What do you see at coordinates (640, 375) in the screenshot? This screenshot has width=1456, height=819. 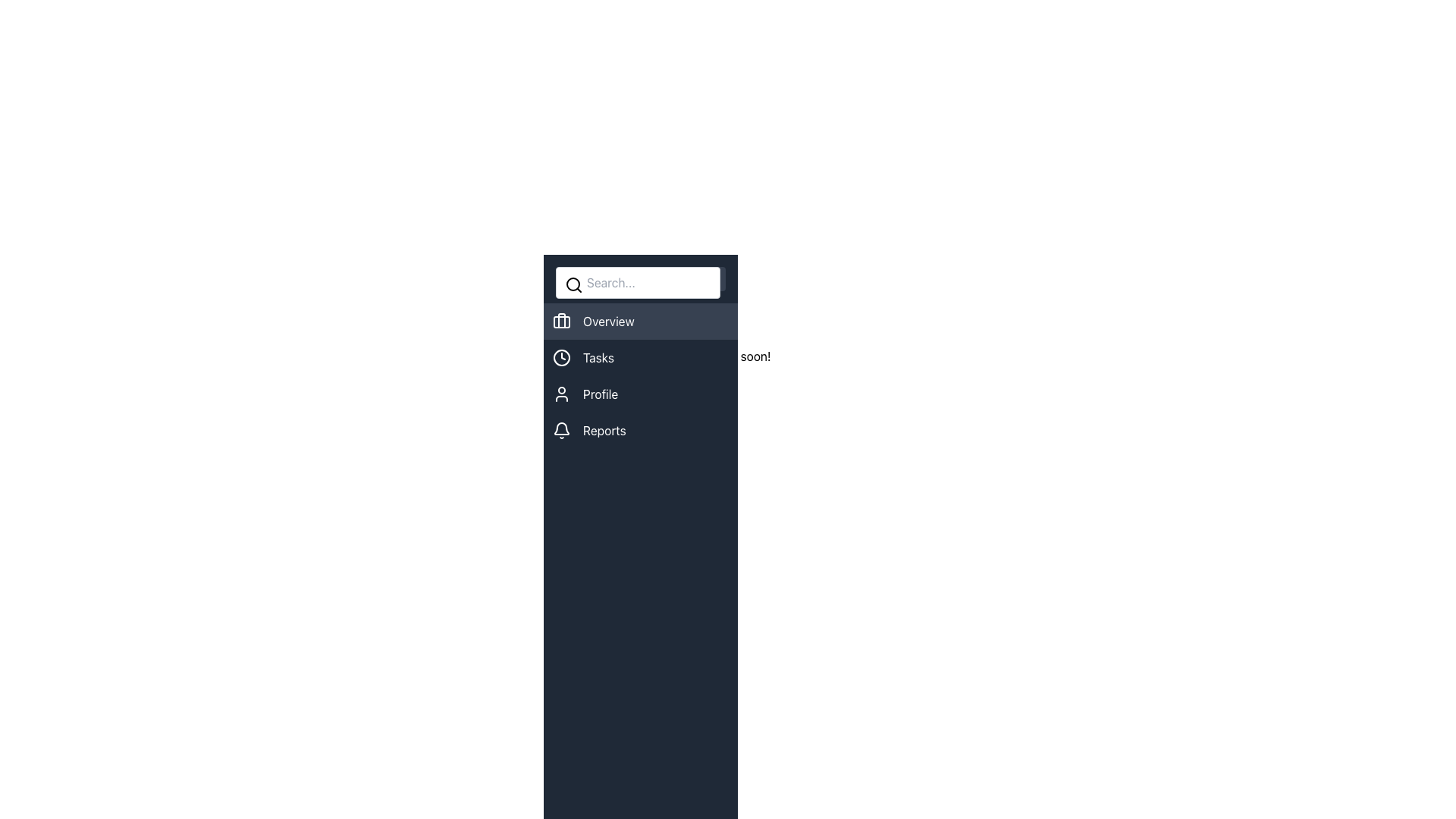 I see `the second item in the vertical navigation menu on the left sidebar, which navigates to the 'Tasks' section` at bounding box center [640, 375].